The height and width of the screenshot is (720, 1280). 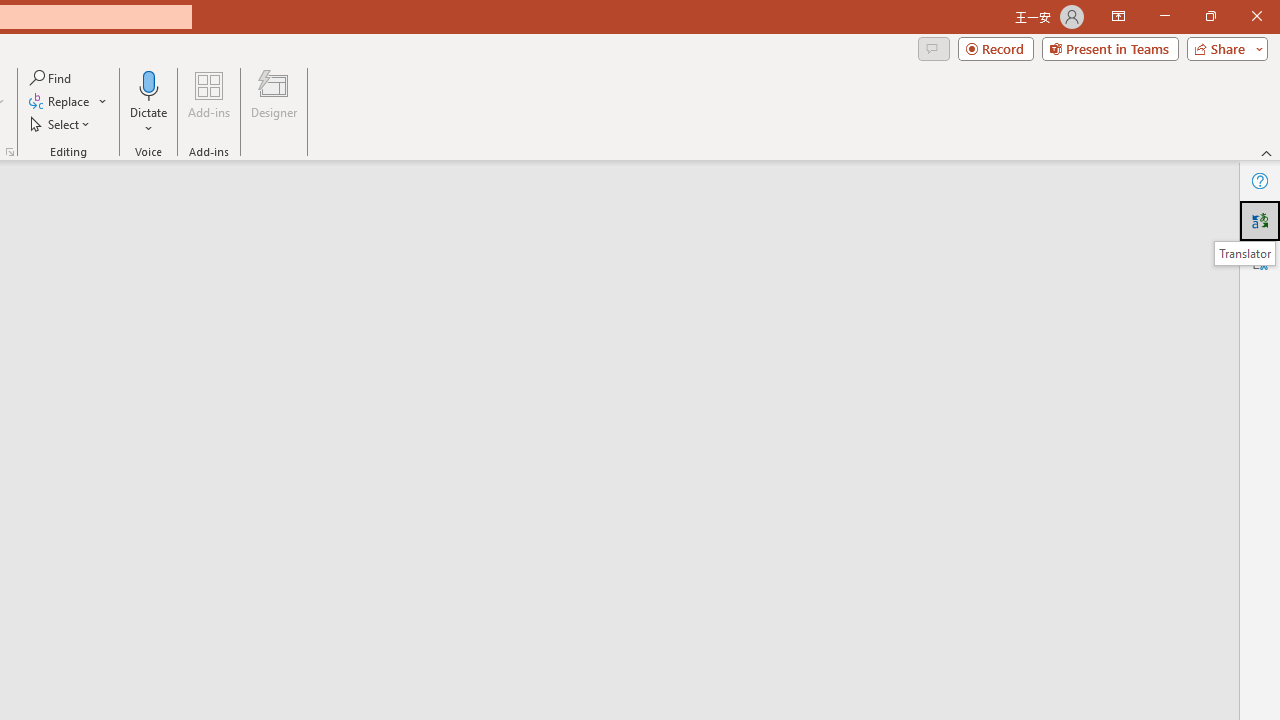 What do you see at coordinates (148, 103) in the screenshot?
I see `'Dictate'` at bounding box center [148, 103].